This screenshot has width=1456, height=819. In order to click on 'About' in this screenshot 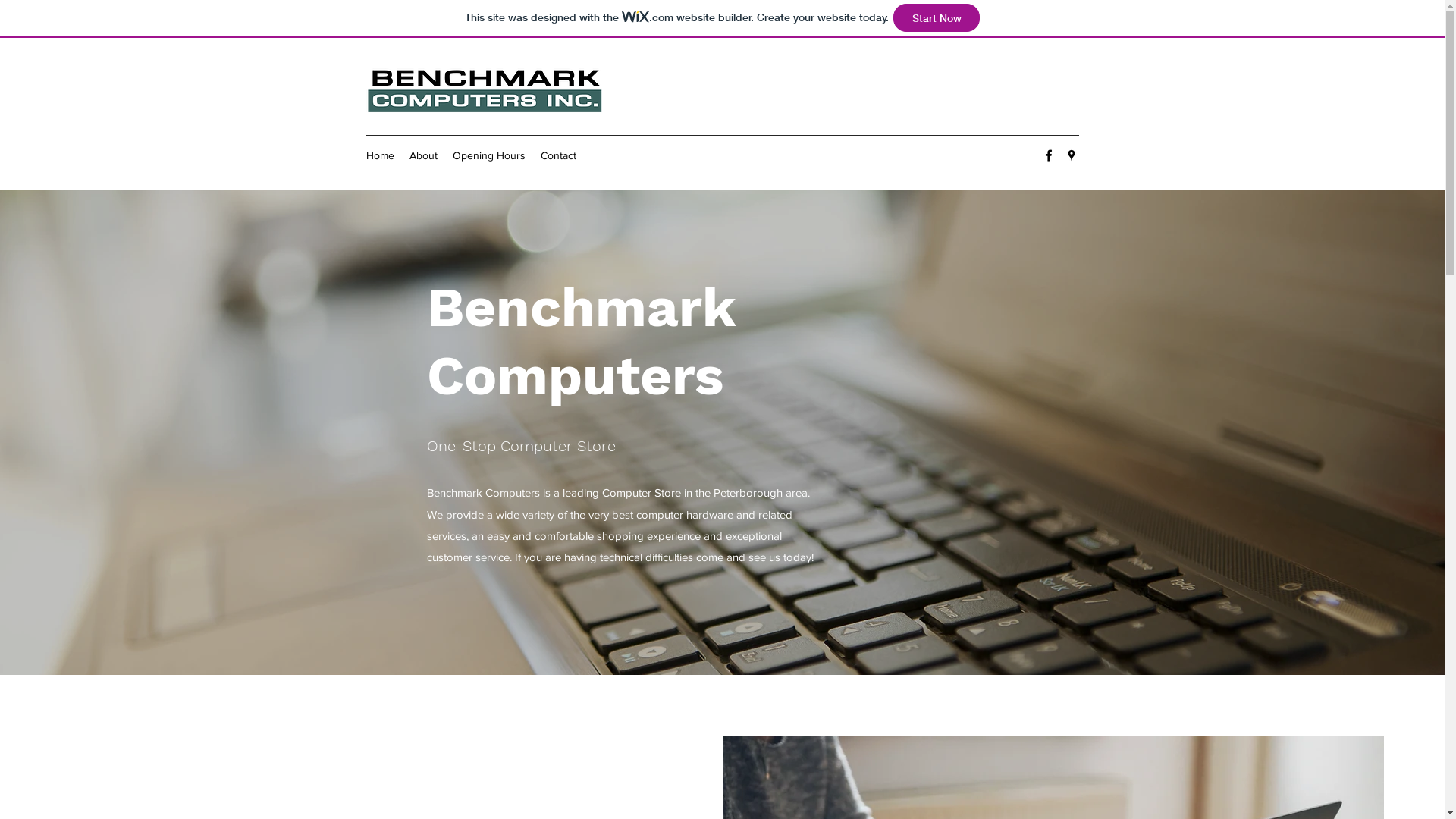, I will do `click(423, 155)`.